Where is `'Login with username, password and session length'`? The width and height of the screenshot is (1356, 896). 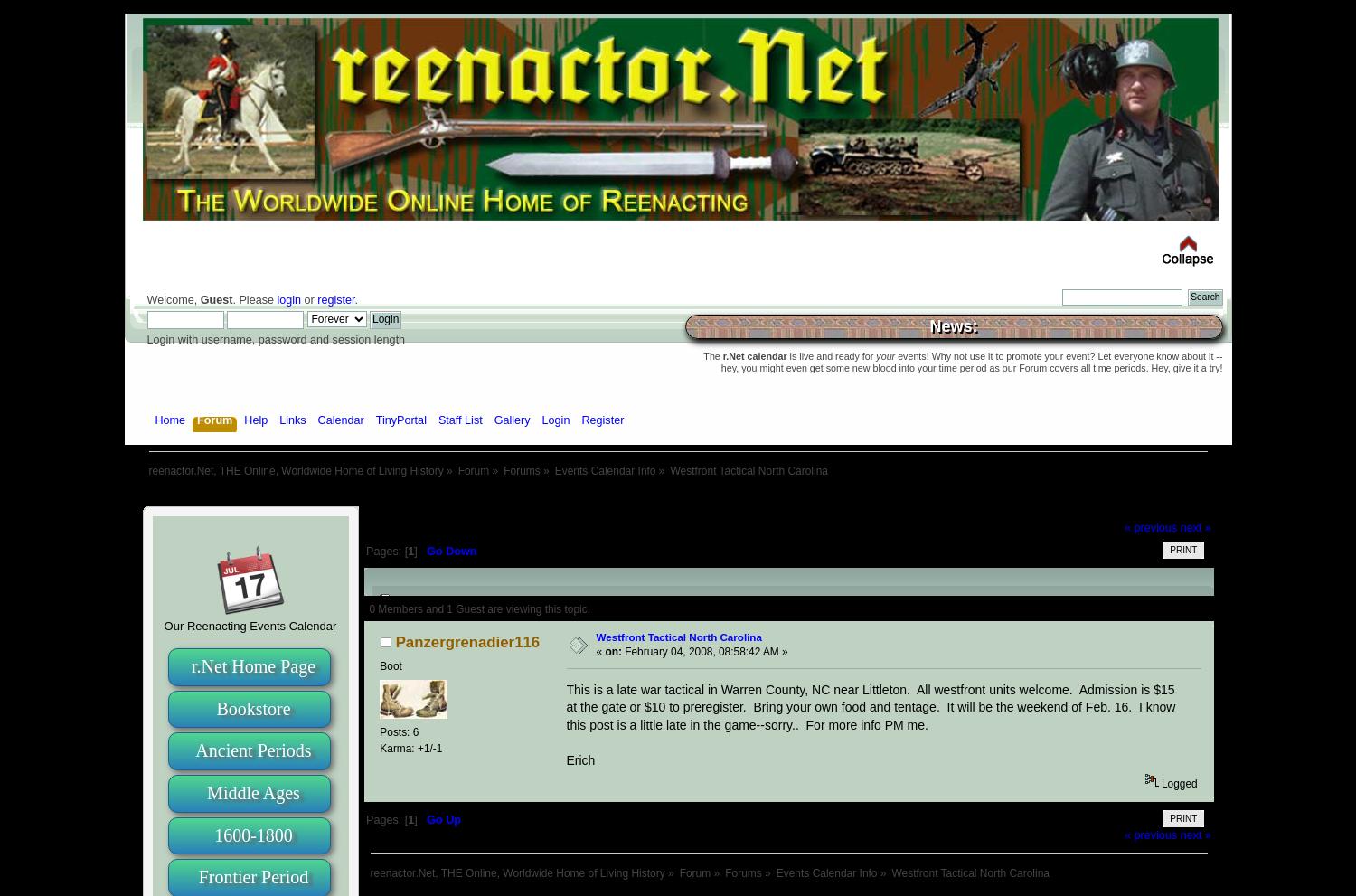
'Login with username, password and session length' is located at coordinates (275, 338).